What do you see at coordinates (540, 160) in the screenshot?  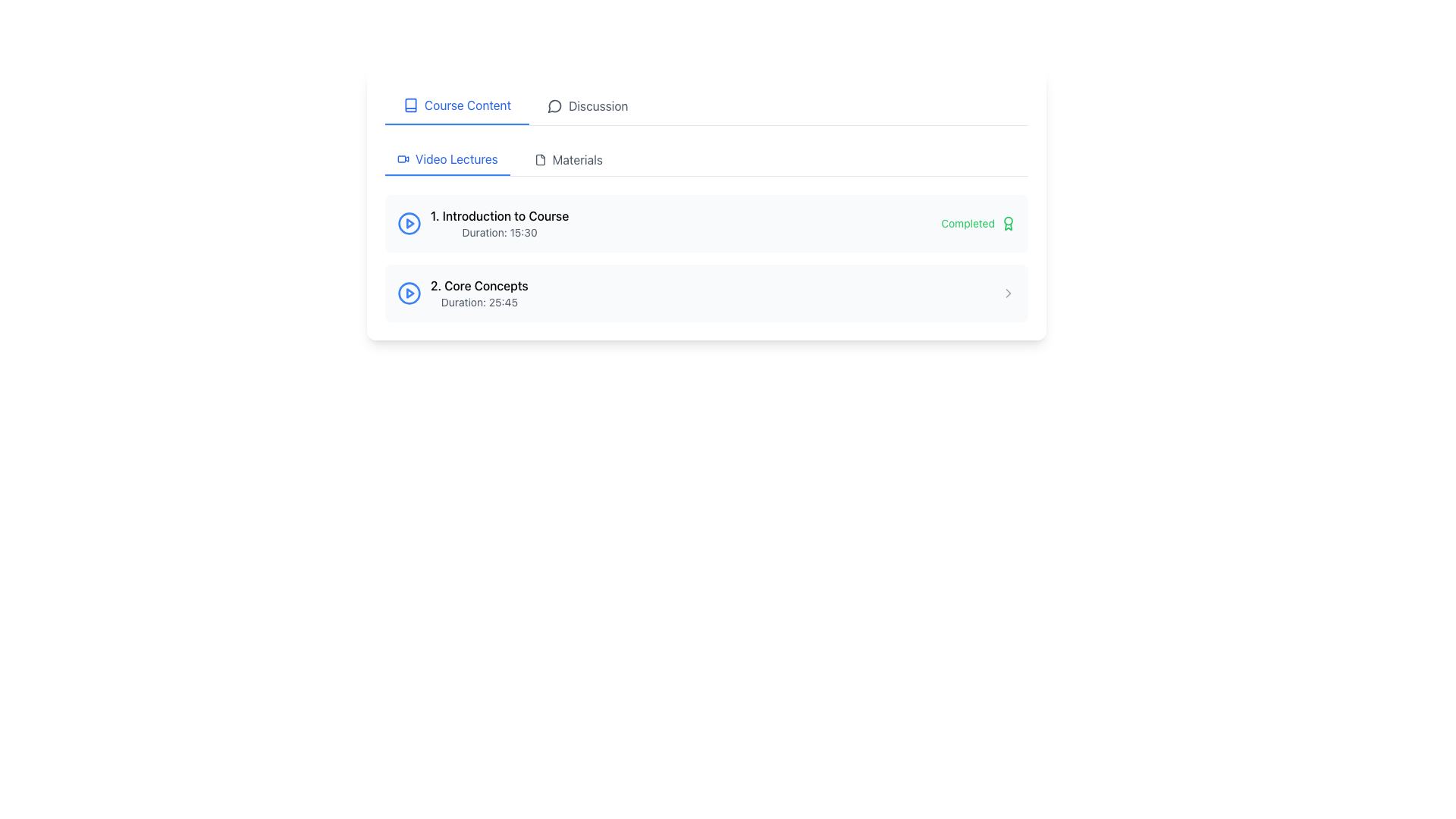 I see `the small file icon element, which is represented by an outline of a rectangular file with a curled top-right corner, located to the left of the 'Materials' label` at bounding box center [540, 160].